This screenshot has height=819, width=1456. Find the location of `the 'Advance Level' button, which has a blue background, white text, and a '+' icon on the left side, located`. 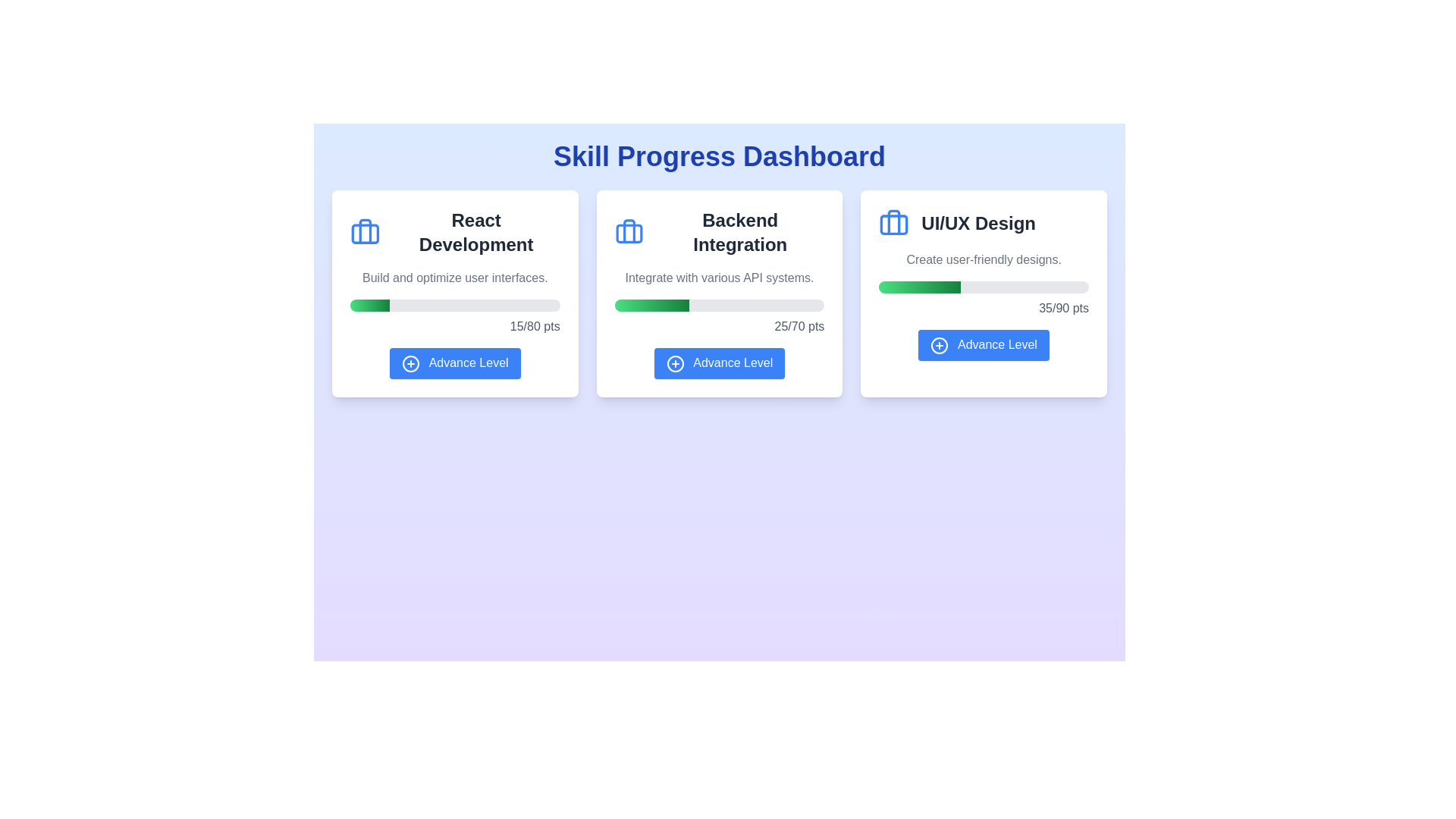

the 'Advance Level' button, which has a blue background, white text, and a '+' icon on the left side, located is located at coordinates (719, 363).